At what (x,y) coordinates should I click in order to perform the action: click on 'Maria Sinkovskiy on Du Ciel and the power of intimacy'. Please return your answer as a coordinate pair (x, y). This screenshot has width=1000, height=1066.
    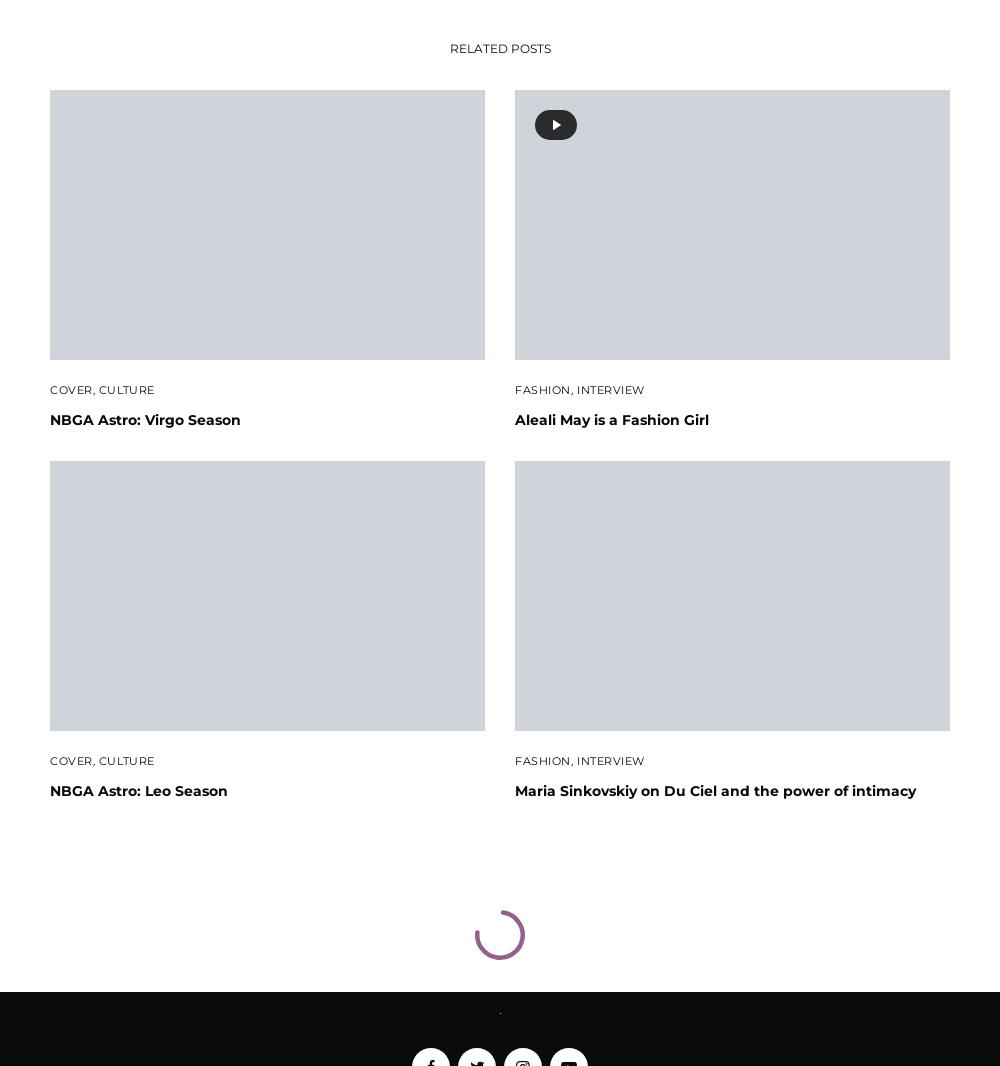
    Looking at the image, I should click on (714, 789).